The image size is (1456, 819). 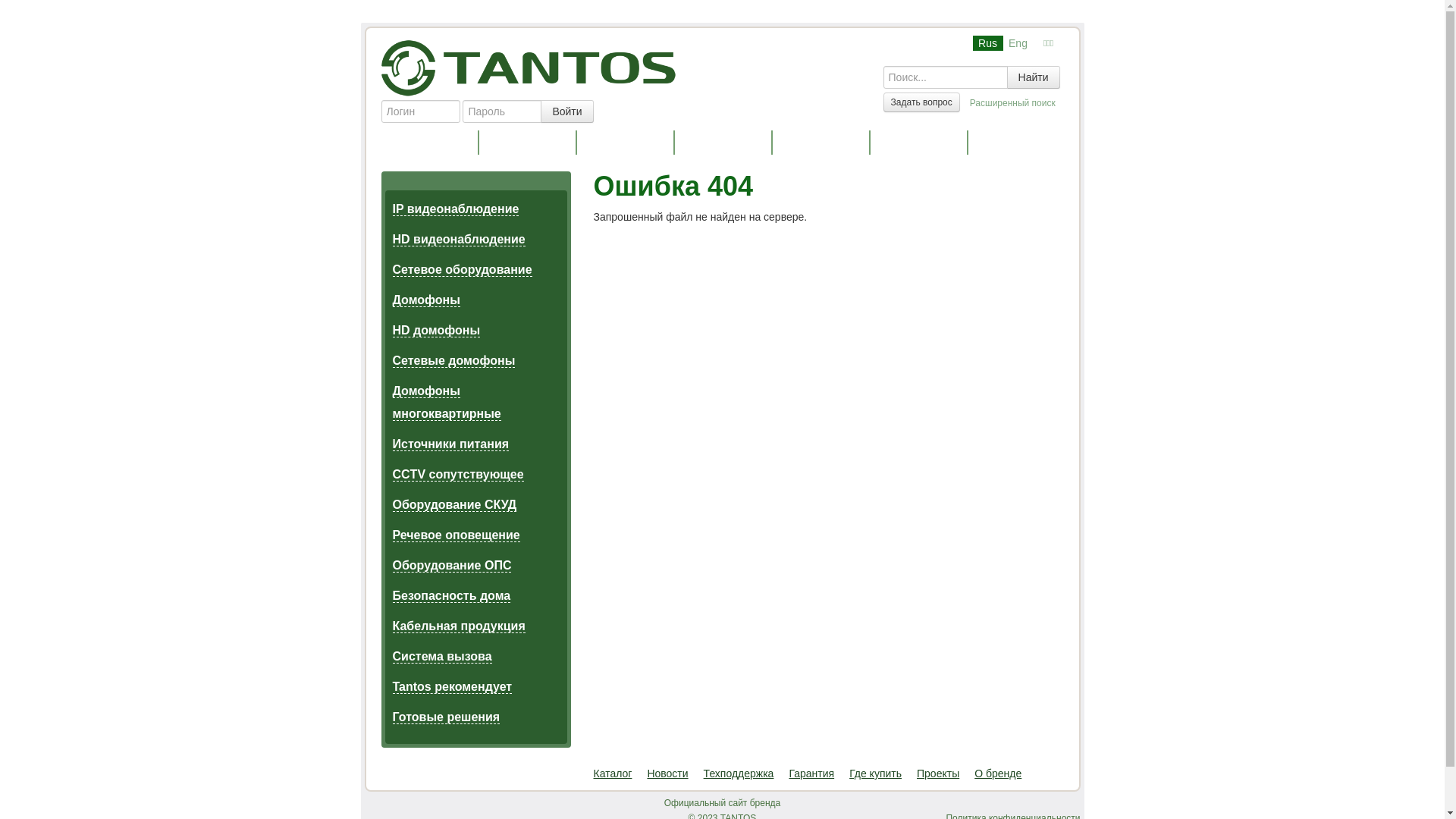 What do you see at coordinates (1008, 42) in the screenshot?
I see `'Eng'` at bounding box center [1008, 42].